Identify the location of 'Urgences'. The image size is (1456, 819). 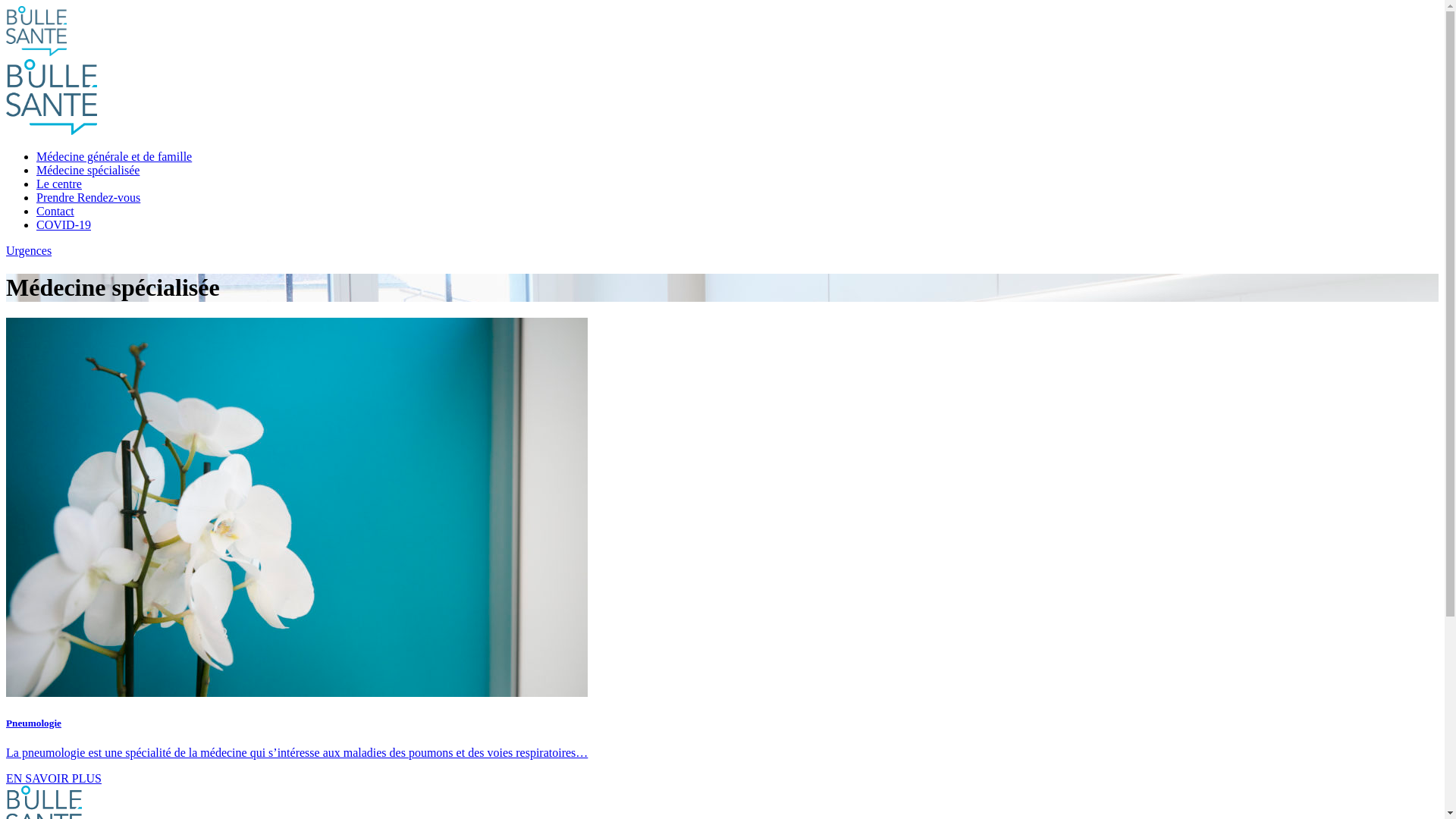
(721, 250).